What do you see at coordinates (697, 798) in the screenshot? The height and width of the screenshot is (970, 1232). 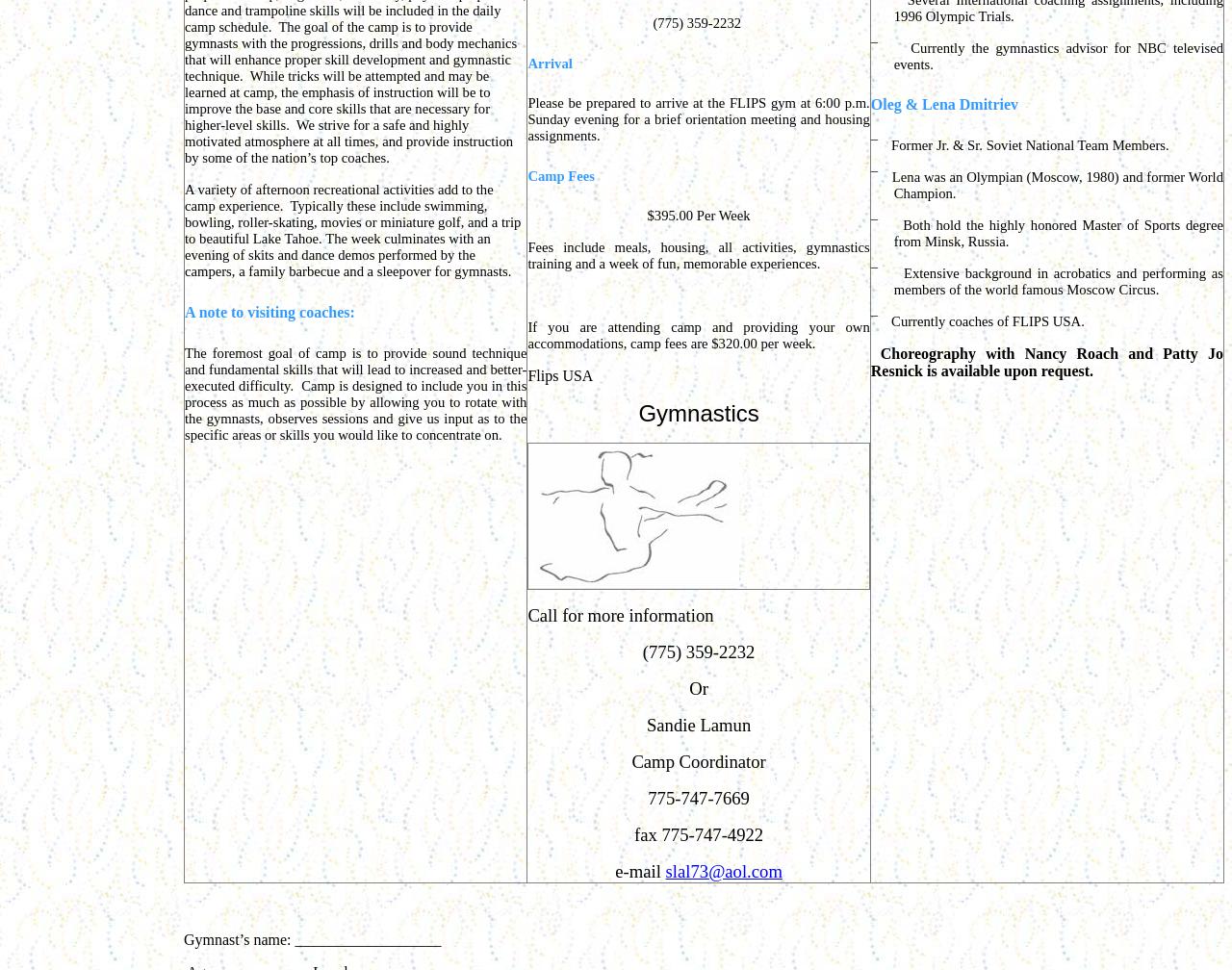 I see `'775-747-7669'` at bounding box center [697, 798].